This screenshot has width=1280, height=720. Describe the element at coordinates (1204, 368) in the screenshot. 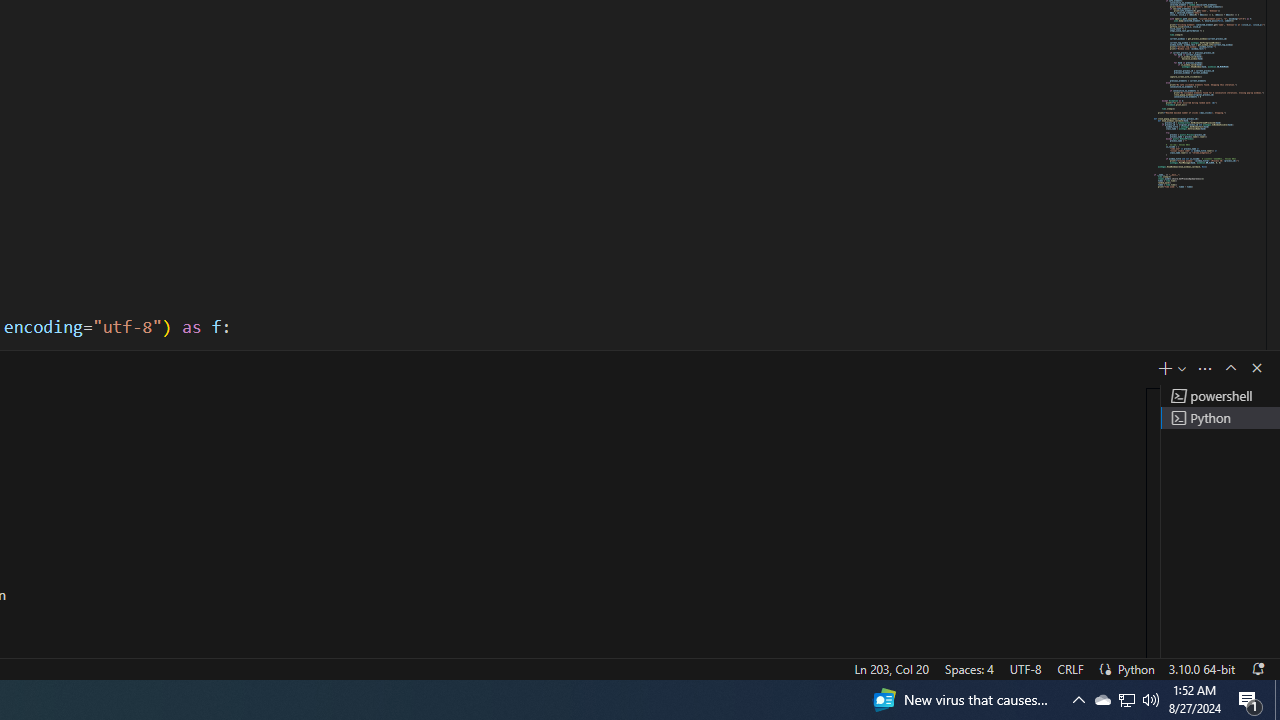

I see `'Views and More Actions...'` at that location.